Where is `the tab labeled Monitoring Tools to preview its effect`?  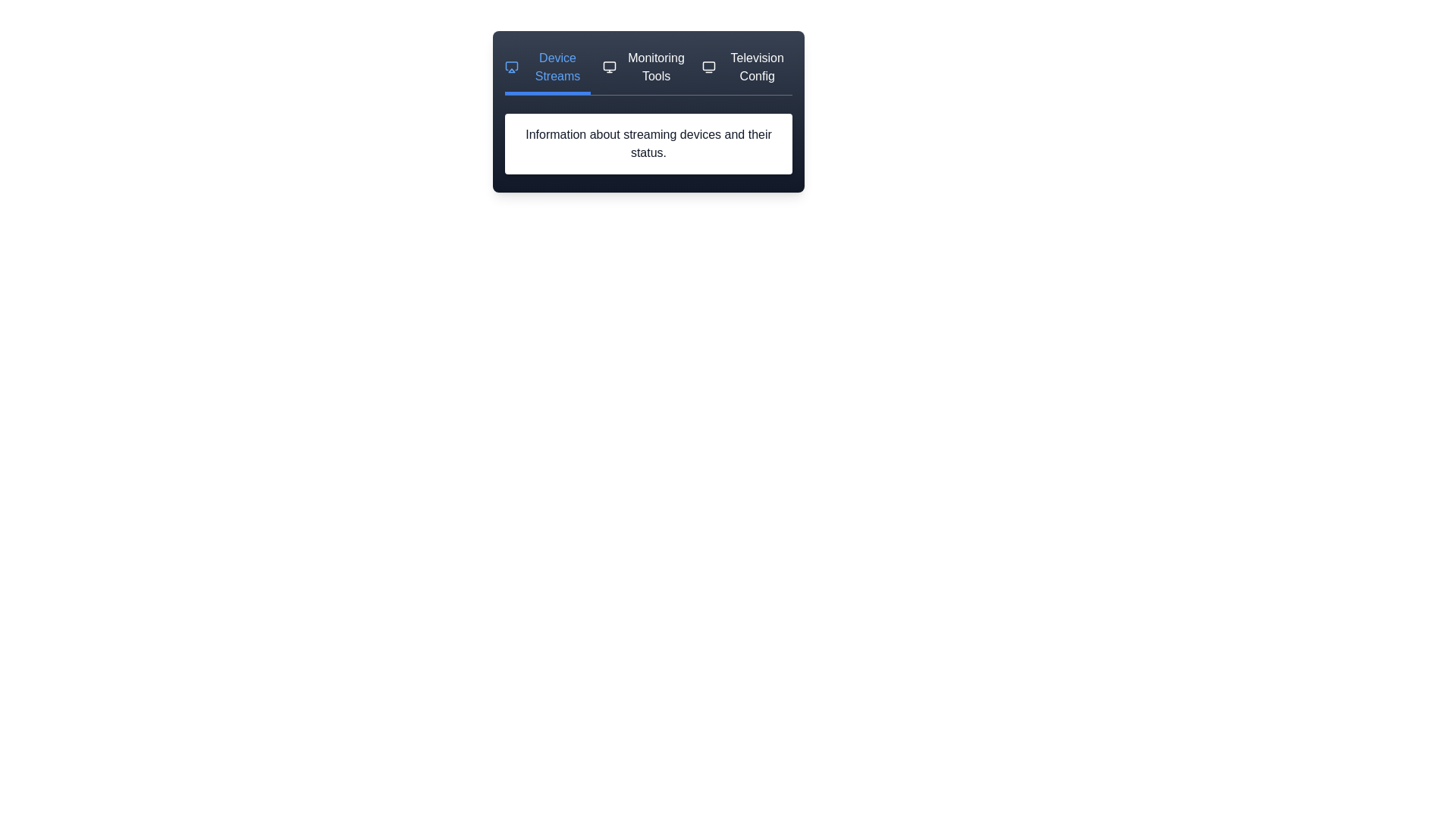
the tab labeled Monitoring Tools to preview its effect is located at coordinates (645, 72).